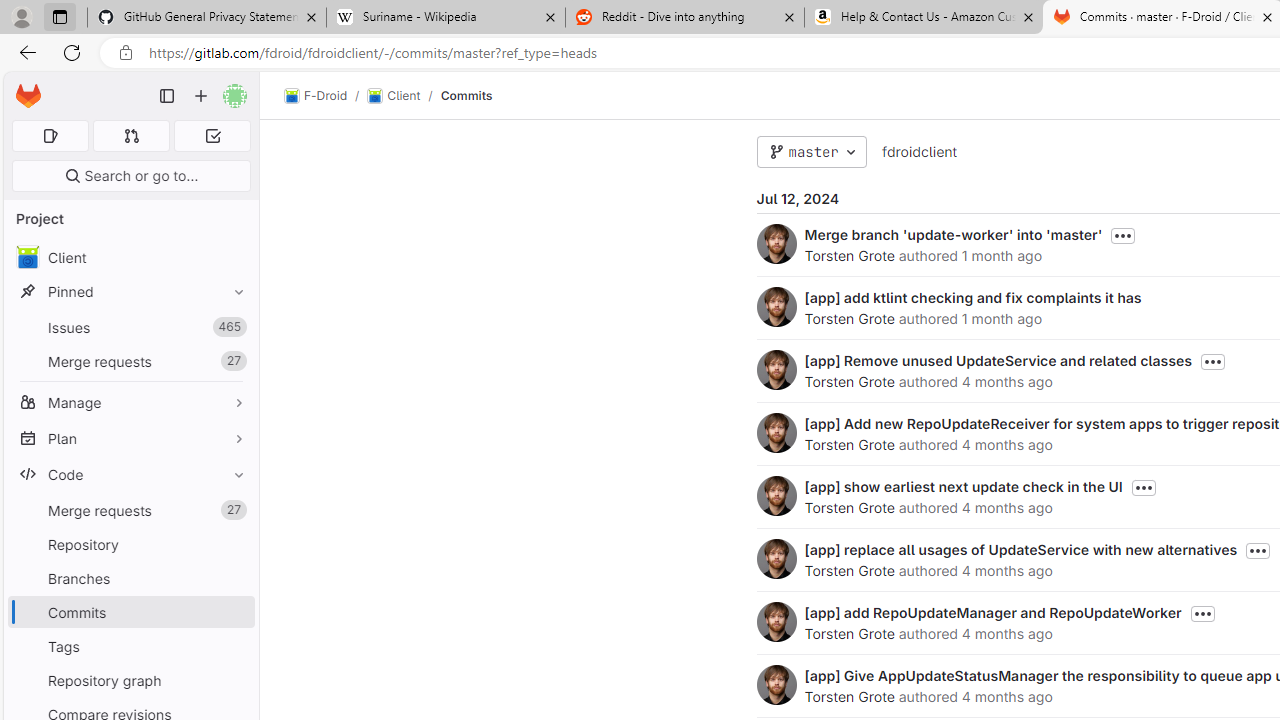 This screenshot has height=720, width=1280. What do you see at coordinates (130, 679) in the screenshot?
I see `'Repository graph'` at bounding box center [130, 679].